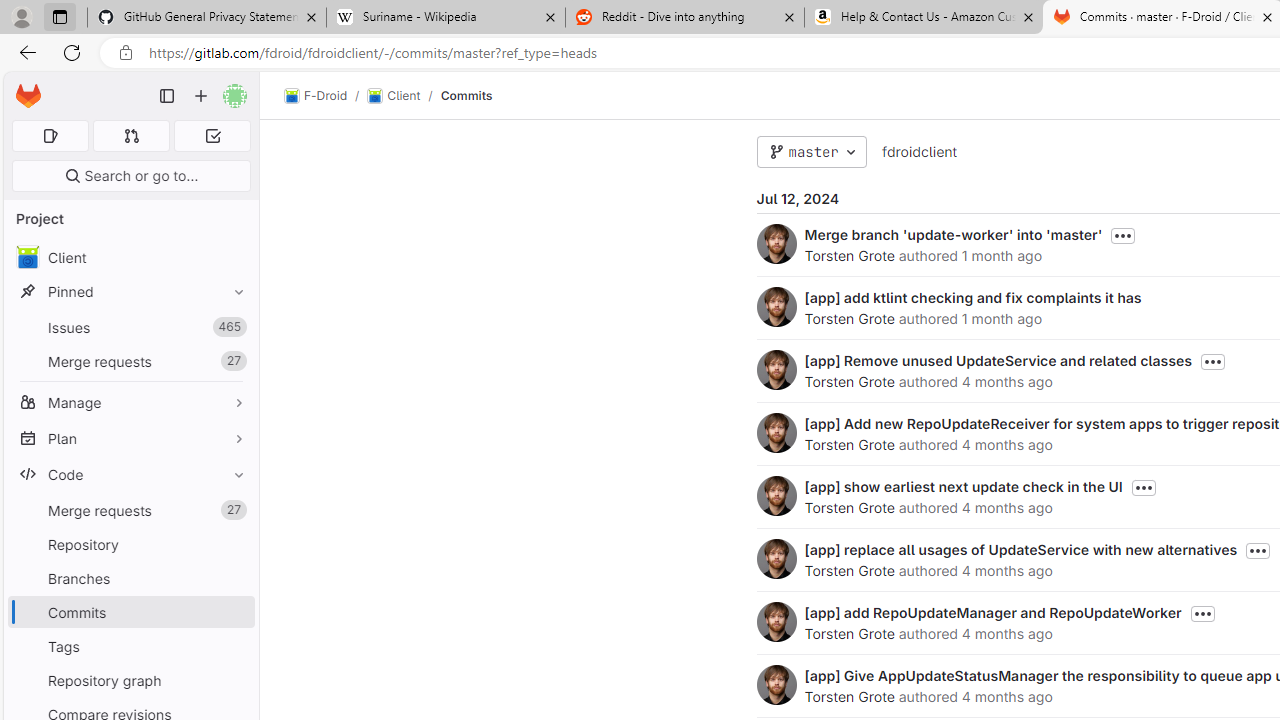 This screenshot has height=720, width=1280. What do you see at coordinates (130, 679) in the screenshot?
I see `'Repository graph'` at bounding box center [130, 679].